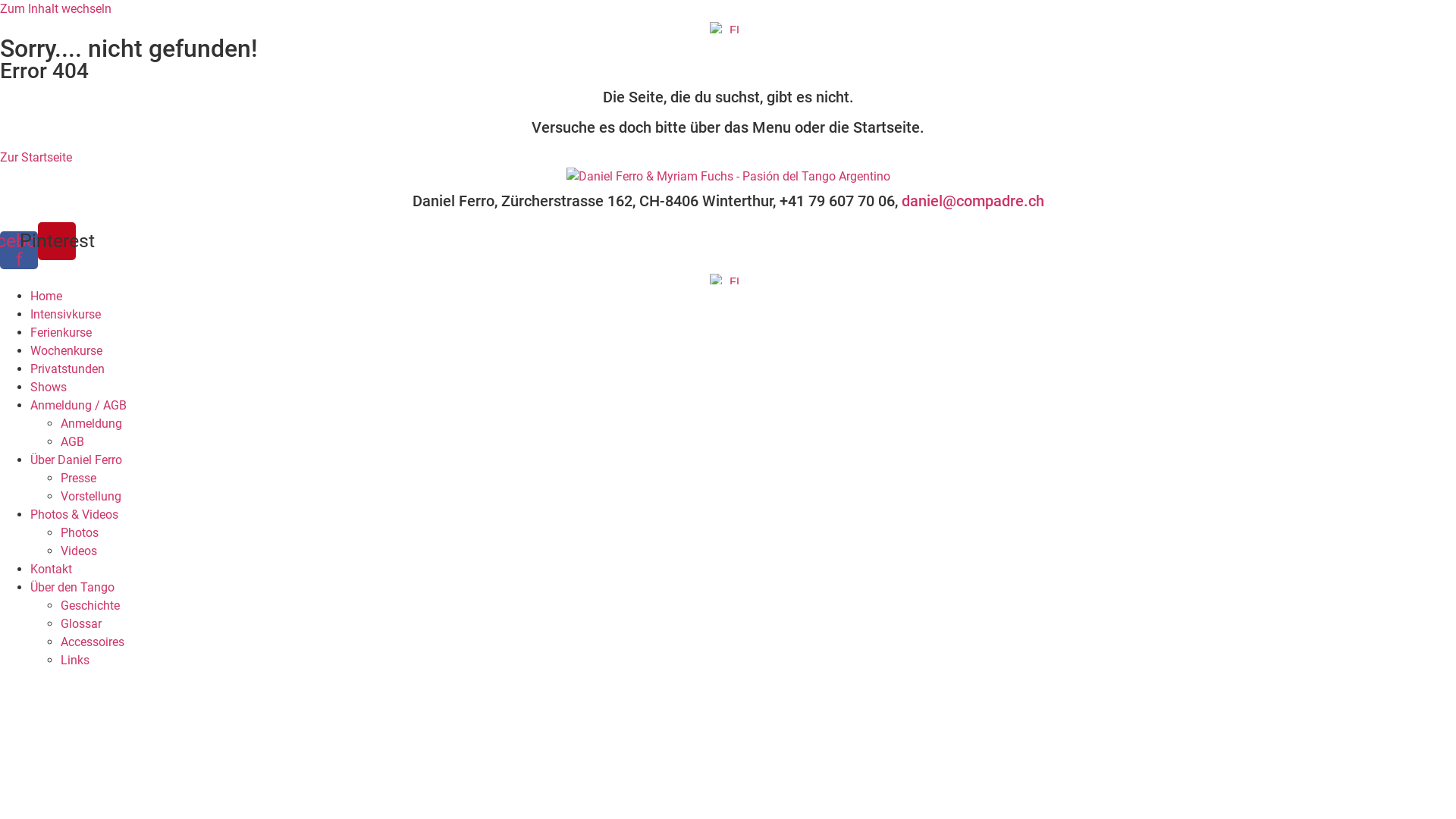  Describe the element at coordinates (18, 249) in the screenshot. I see `'Facebook-f'` at that location.